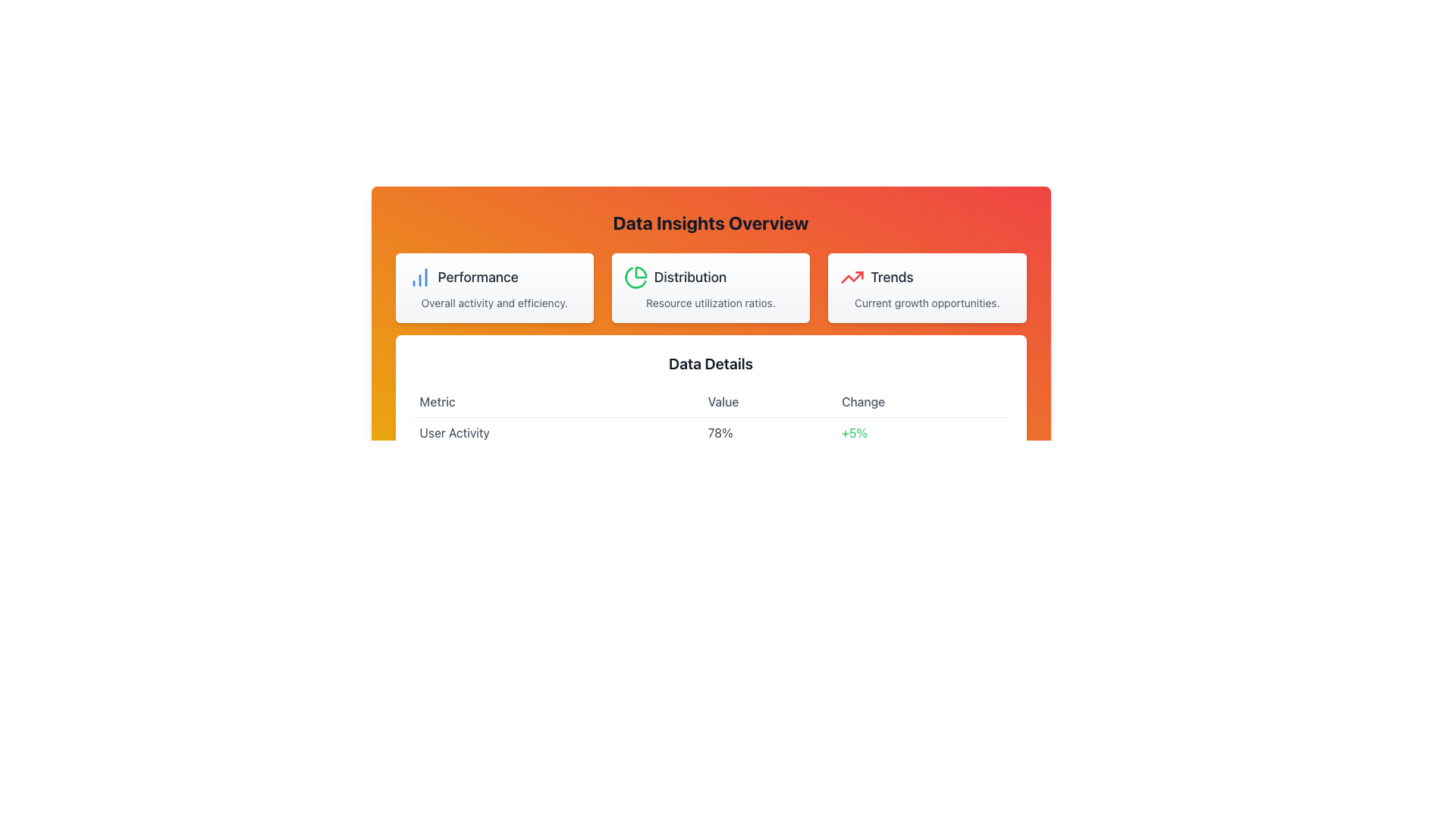 The image size is (1456, 819). I want to click on the left segment of the pie chart icon in the 'Distribution' card located at the top center of the interface, so click(641, 271).